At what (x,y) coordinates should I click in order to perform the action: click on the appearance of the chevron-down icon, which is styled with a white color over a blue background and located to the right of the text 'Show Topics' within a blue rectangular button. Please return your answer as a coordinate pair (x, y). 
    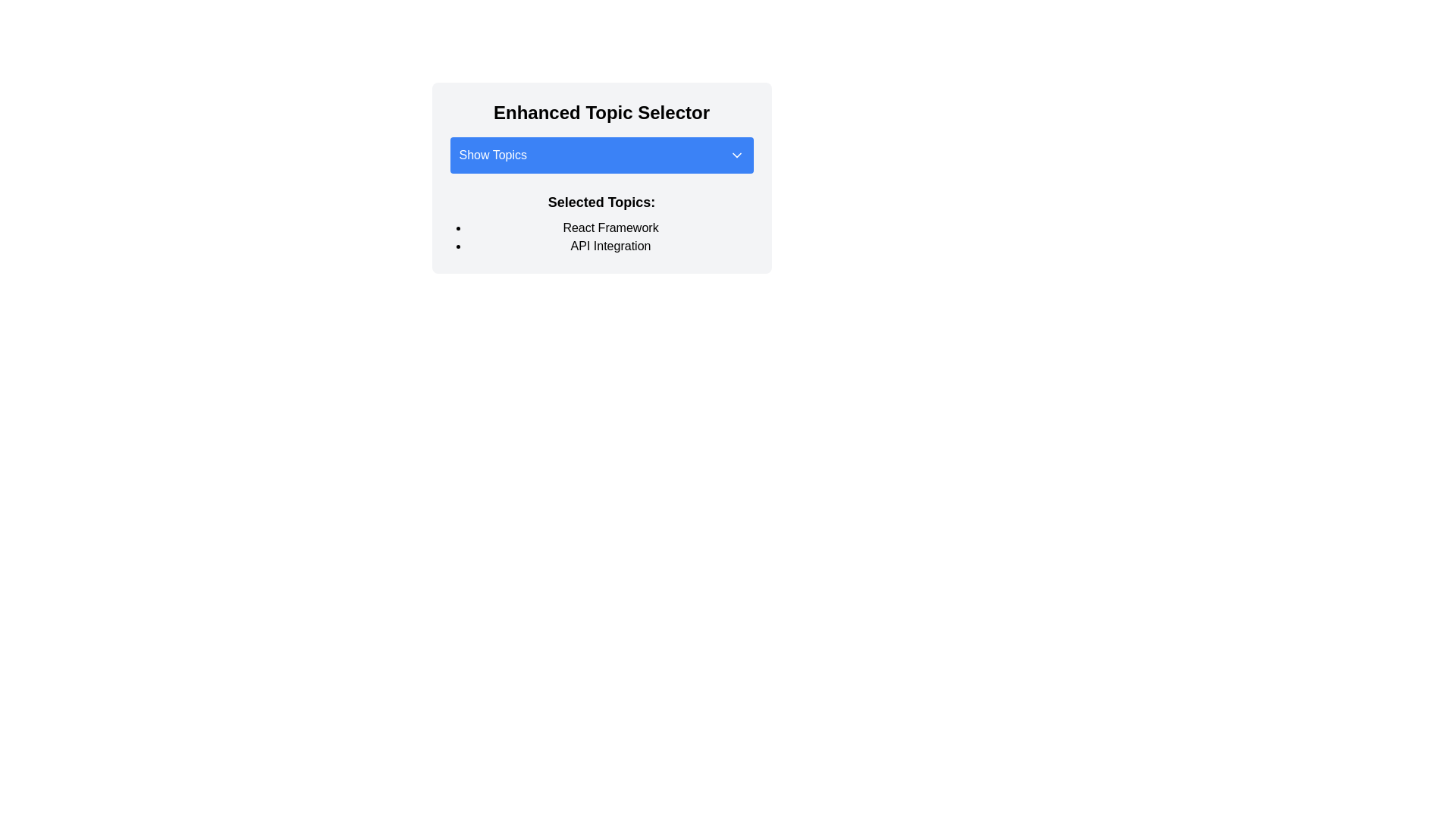
    Looking at the image, I should click on (736, 155).